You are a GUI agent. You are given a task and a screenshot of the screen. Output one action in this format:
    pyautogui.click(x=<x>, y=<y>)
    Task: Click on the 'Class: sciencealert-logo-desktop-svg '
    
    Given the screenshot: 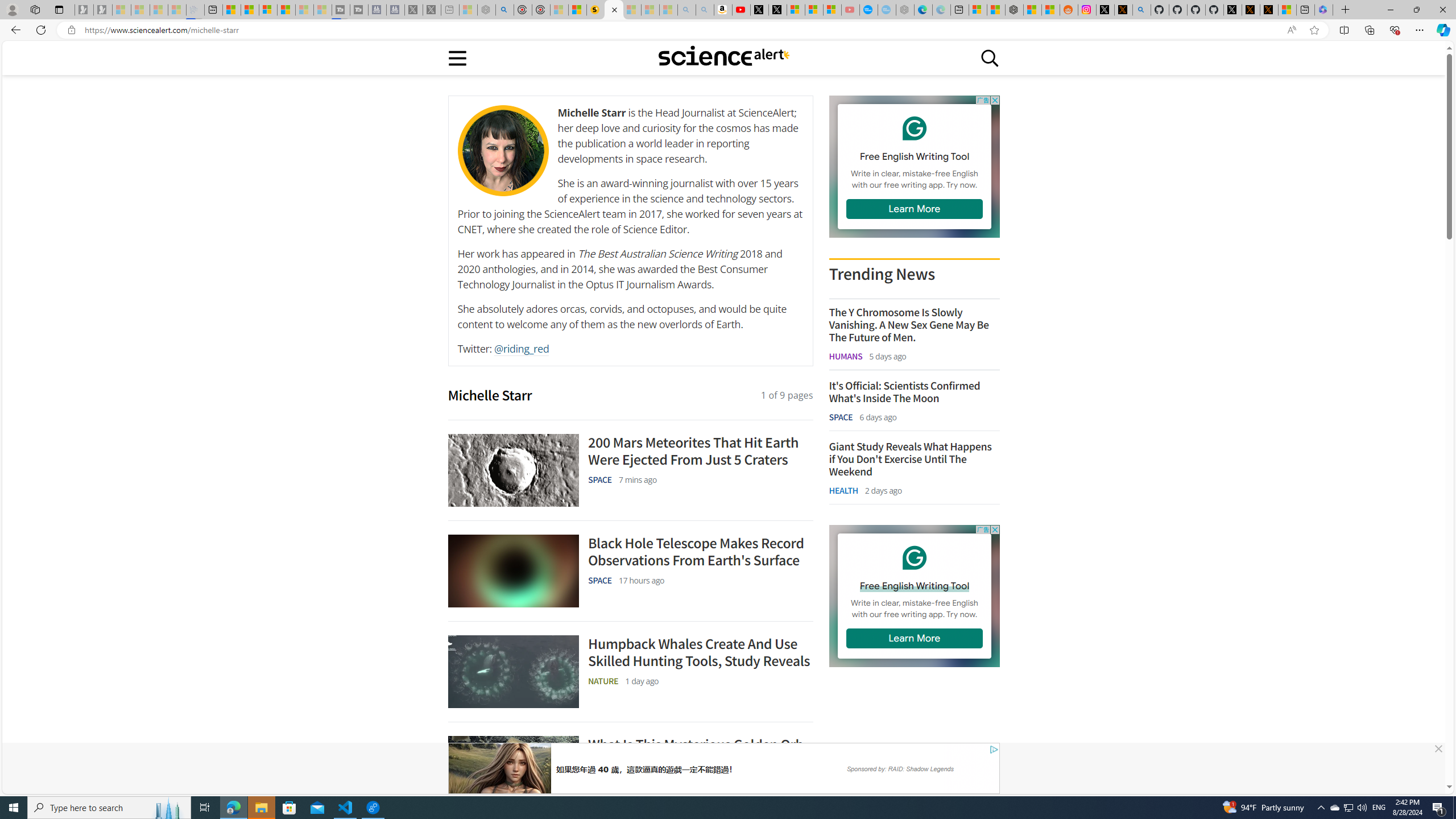 What is the action you would take?
    pyautogui.click(x=723, y=55)
    